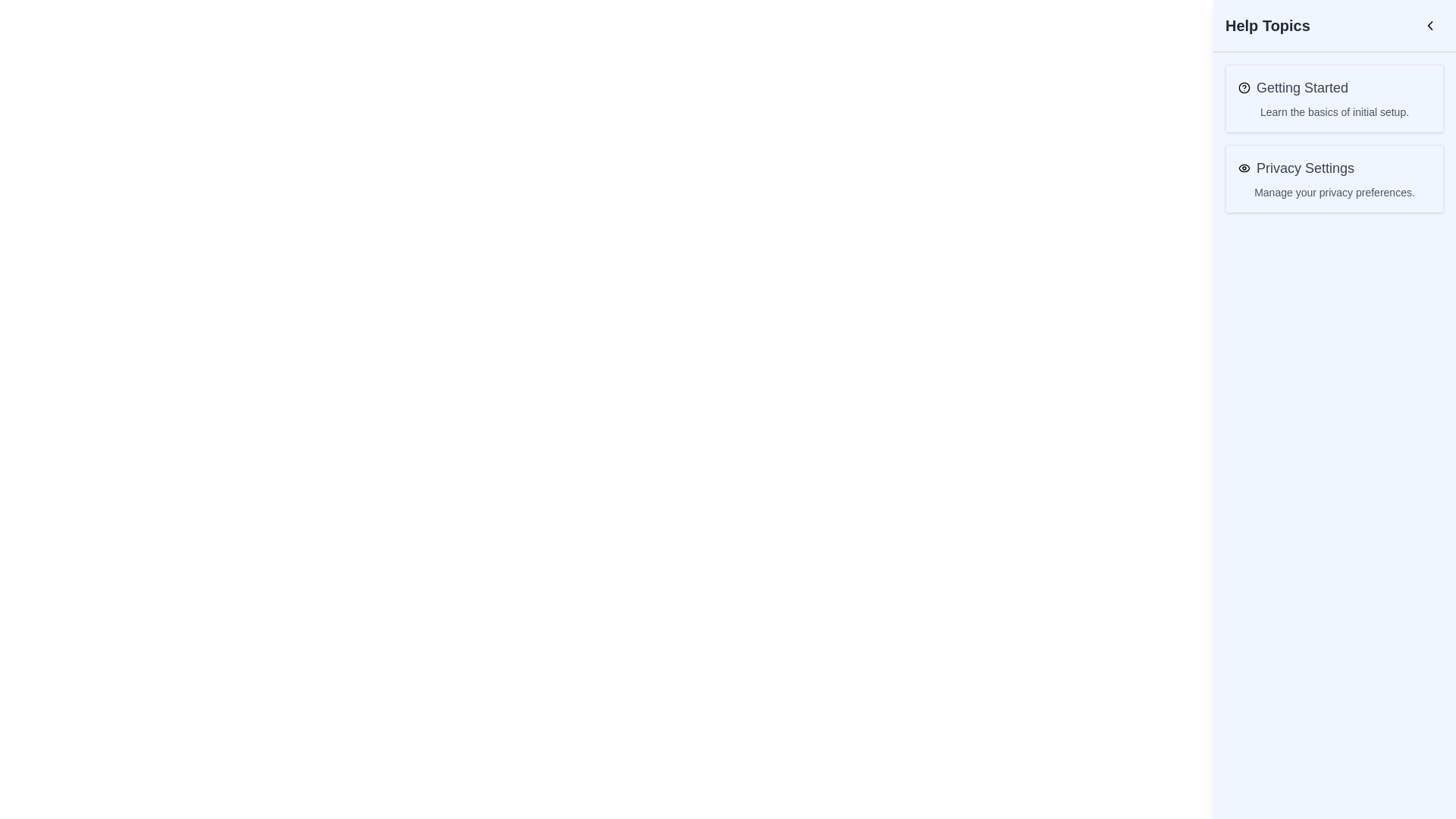 This screenshot has width=1456, height=819. What do you see at coordinates (1429, 26) in the screenshot?
I see `the small, leftward-pointing arrow icon in the top-right corner of the 'Help Topics' header` at bounding box center [1429, 26].